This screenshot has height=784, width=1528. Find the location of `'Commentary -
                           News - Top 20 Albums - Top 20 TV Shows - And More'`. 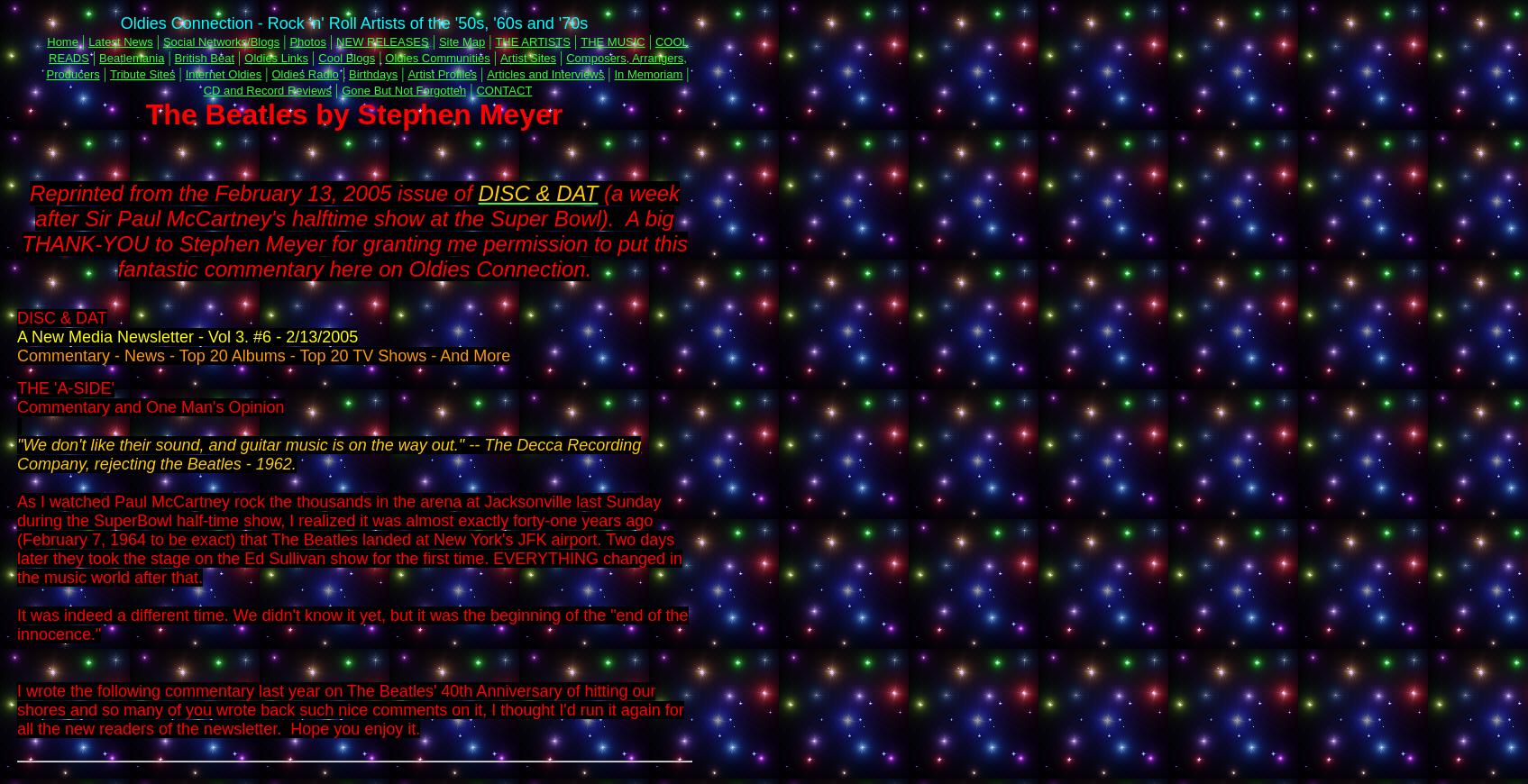

'Commentary -
                           News - Top 20 Albums - Top 20 TV Shows - And More' is located at coordinates (263, 355).